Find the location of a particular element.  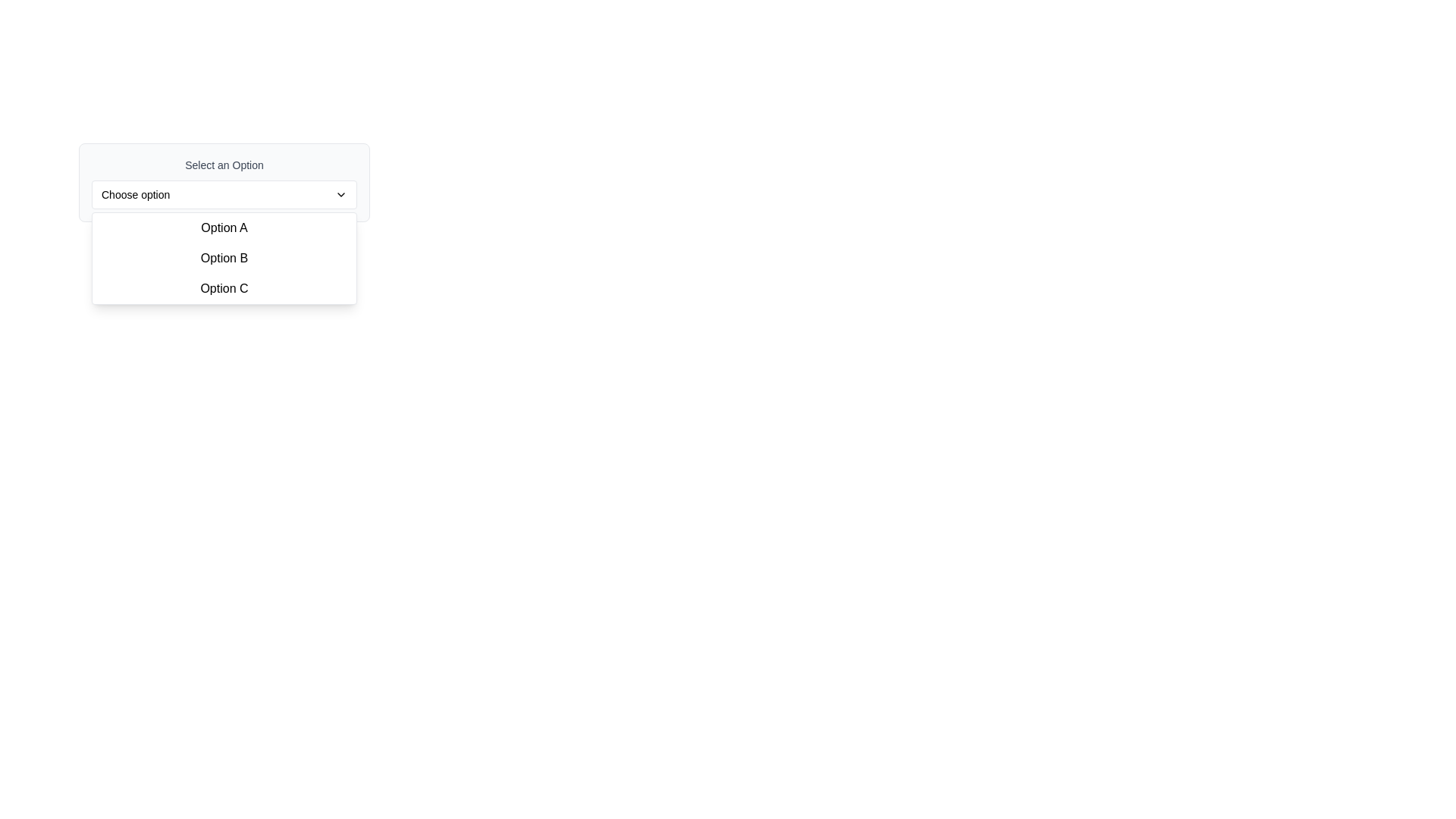

the second option 'Option B' in the dropdown menu is located at coordinates (224, 257).